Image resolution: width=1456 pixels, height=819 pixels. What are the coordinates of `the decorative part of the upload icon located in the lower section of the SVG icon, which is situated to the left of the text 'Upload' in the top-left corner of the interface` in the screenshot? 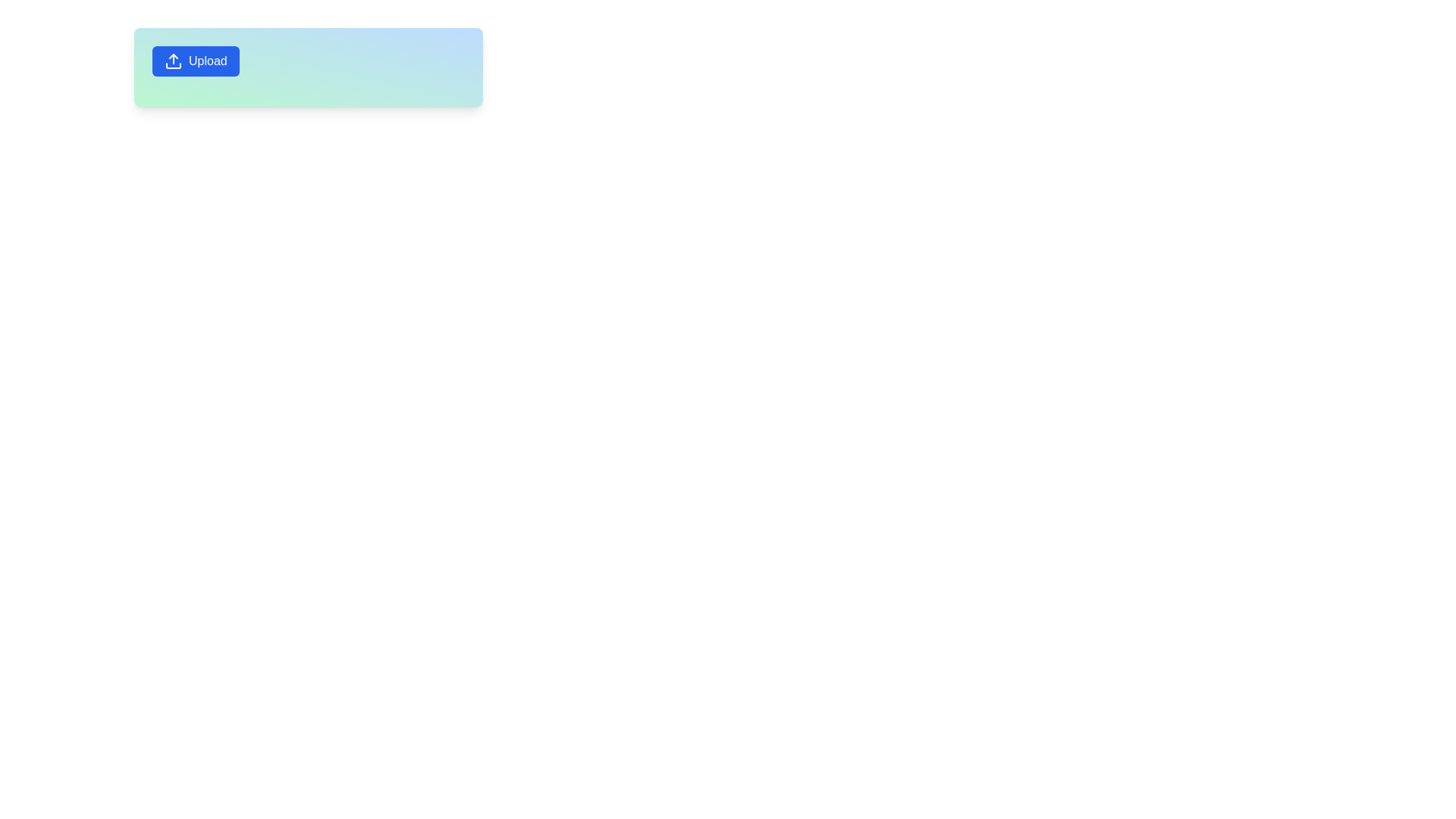 It's located at (174, 65).